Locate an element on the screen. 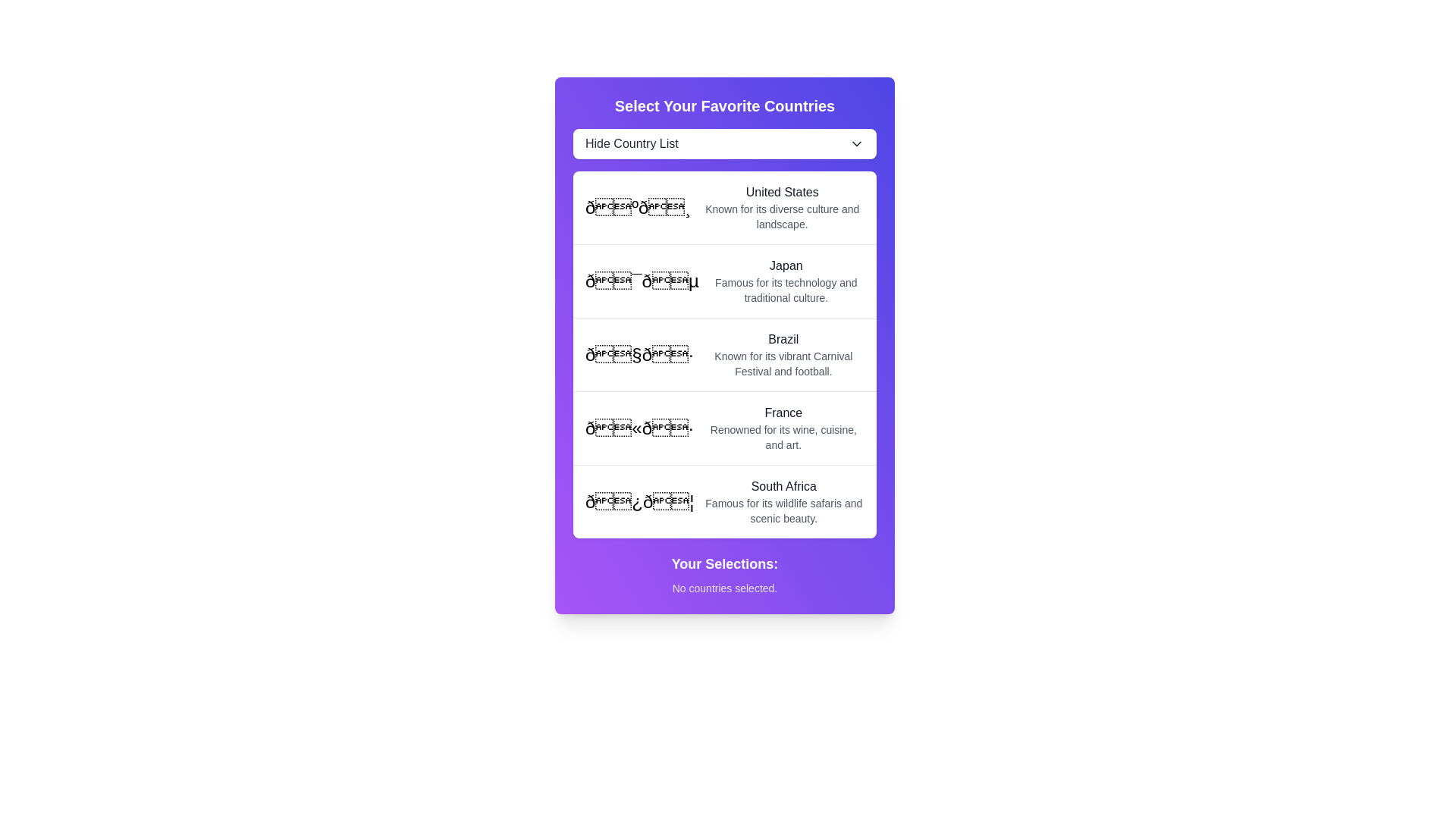  the Brazil flag icon located directly to the left of the text 'Brazil Known for its vibrant Carnival Festival and football.' is located at coordinates (639, 354).